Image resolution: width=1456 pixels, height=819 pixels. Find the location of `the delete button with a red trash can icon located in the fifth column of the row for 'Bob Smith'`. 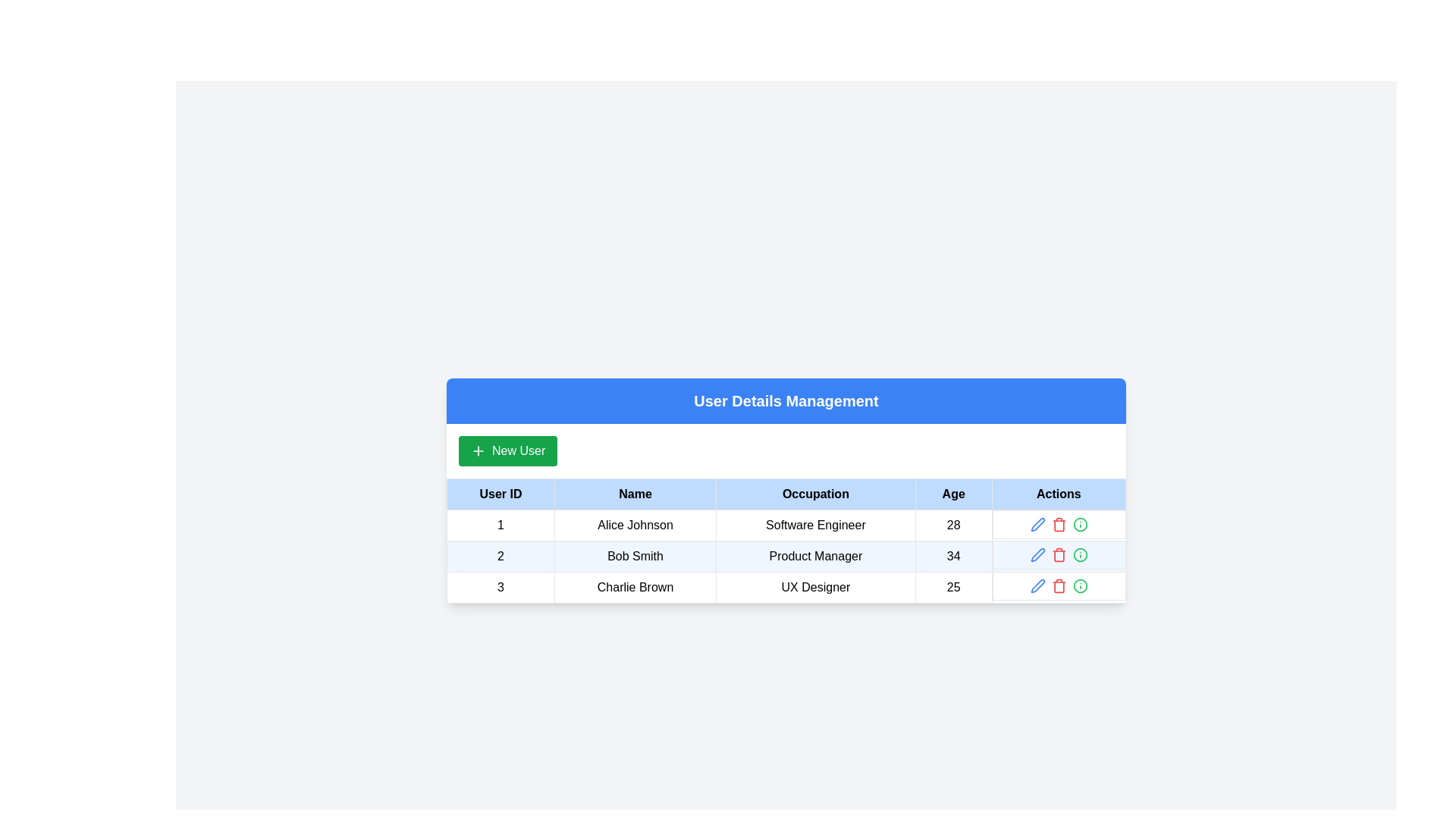

the delete button with a red trash can icon located in the fifth column of the row for 'Bob Smith' is located at coordinates (1058, 555).